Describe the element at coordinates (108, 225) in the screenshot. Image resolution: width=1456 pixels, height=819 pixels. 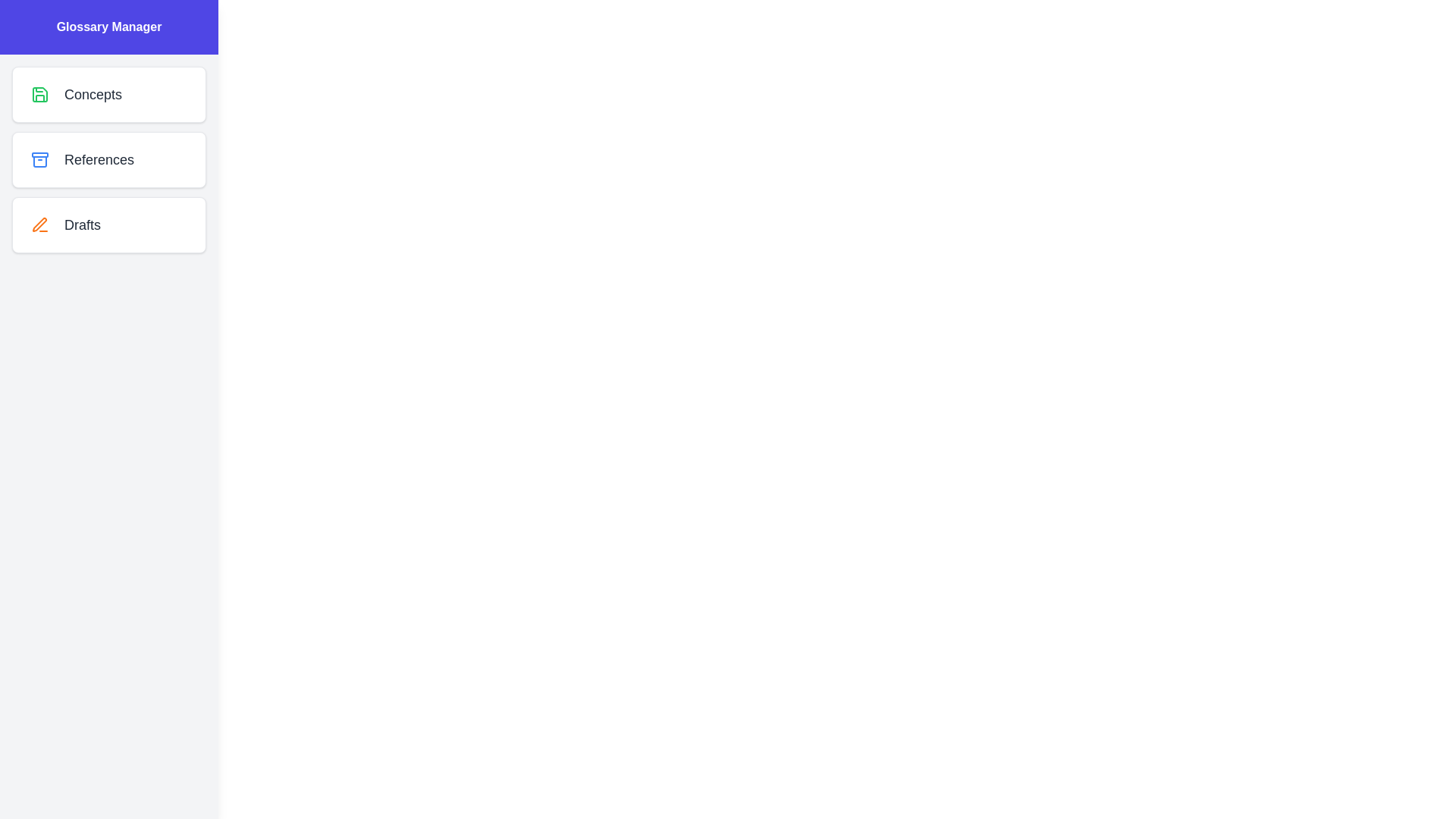
I see `the list item corresponding to the category Drafts` at that location.